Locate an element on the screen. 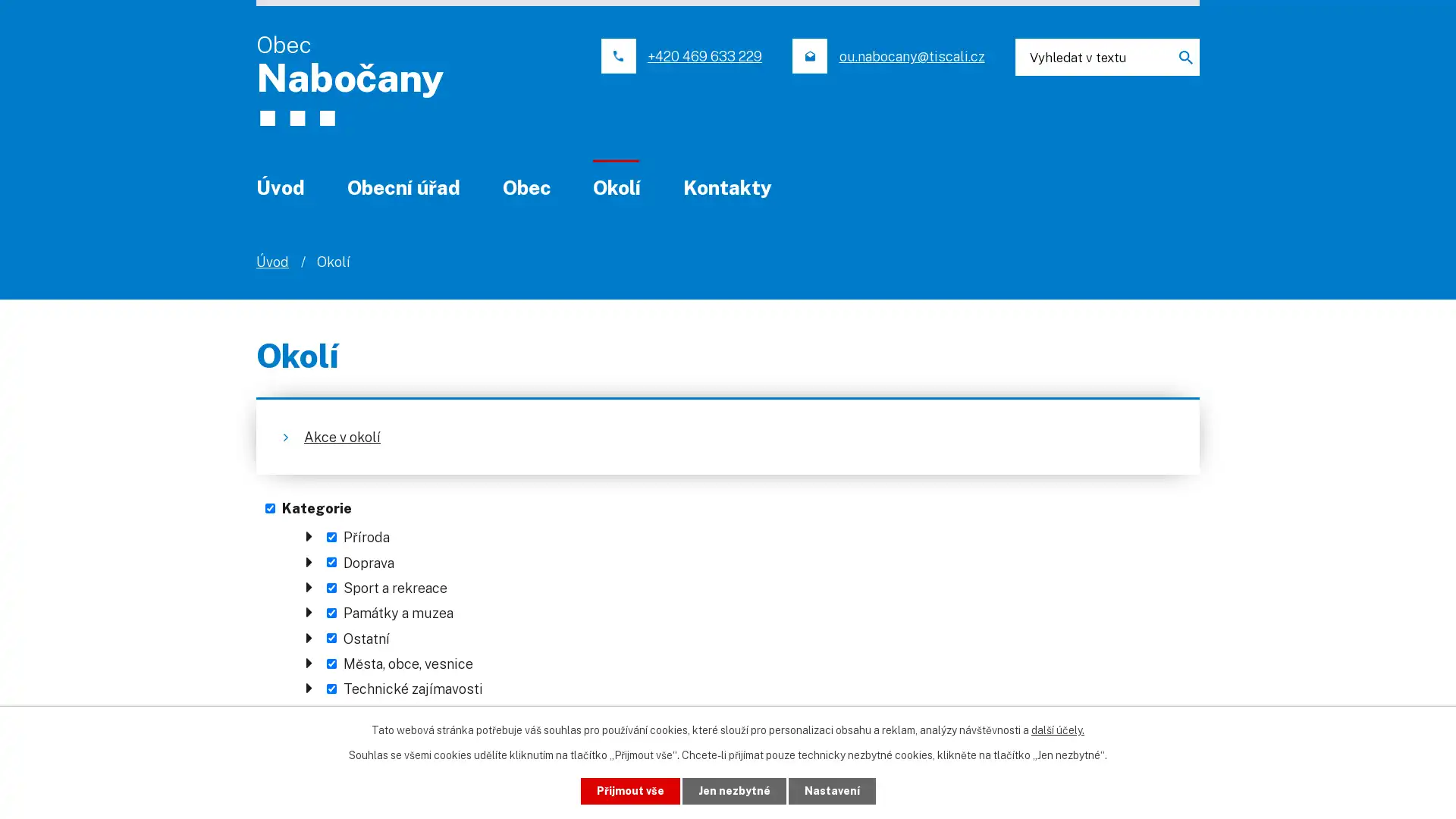 The image size is (1456, 819). Hledat is located at coordinates (1178, 56).